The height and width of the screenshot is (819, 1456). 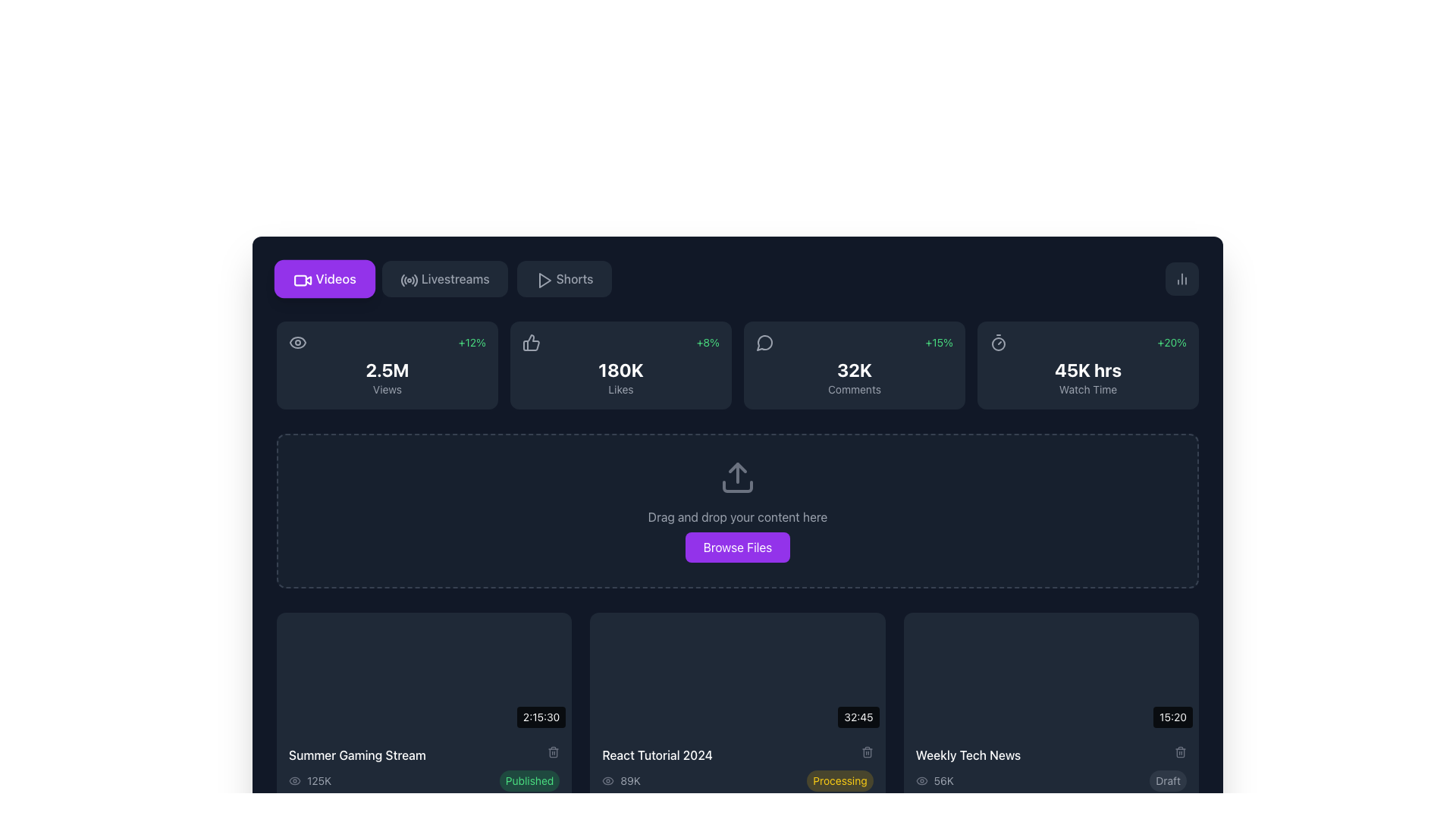 I want to click on the text label that describes the number of comments, located directly under the '32K' metric in the statistical panel, so click(x=855, y=388).